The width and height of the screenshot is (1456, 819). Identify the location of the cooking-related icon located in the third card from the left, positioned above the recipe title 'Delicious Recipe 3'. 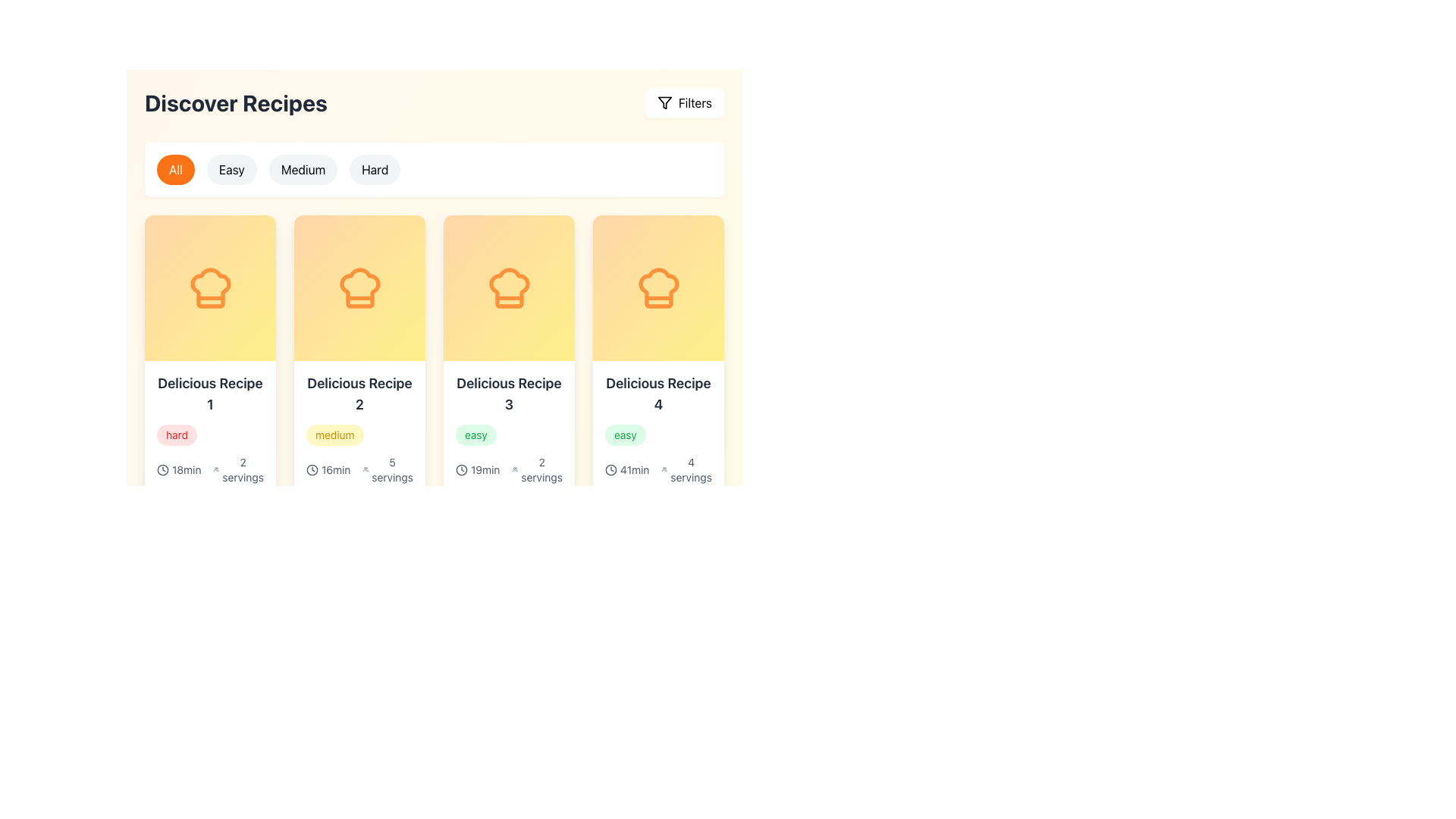
(509, 287).